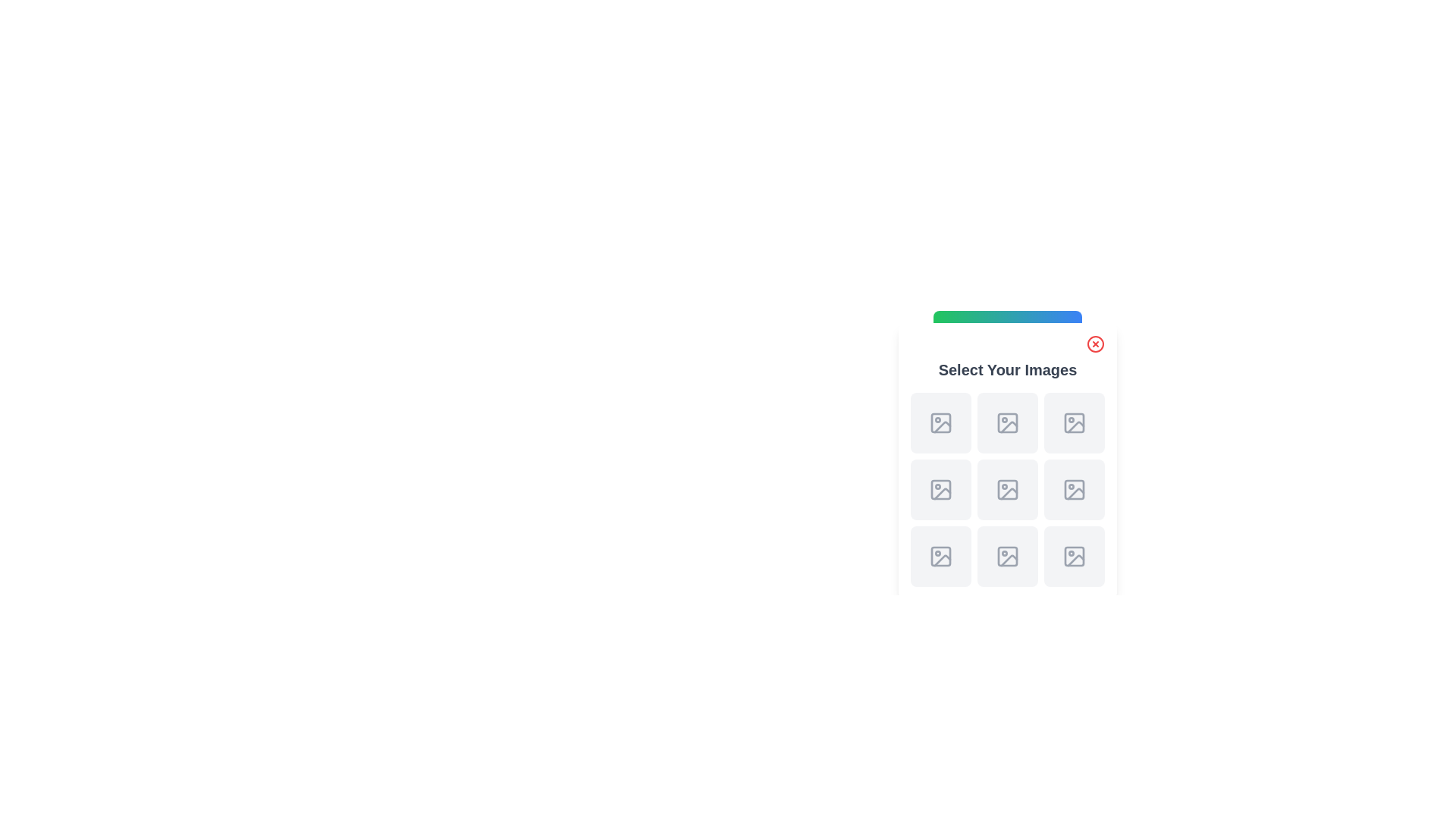 The height and width of the screenshot is (819, 1456). I want to click on the rectangular graphical shape with rounded corners, styled in a neutral gray tone, located in the center column of the second row in the 'Select Your Images' section, so click(1008, 489).